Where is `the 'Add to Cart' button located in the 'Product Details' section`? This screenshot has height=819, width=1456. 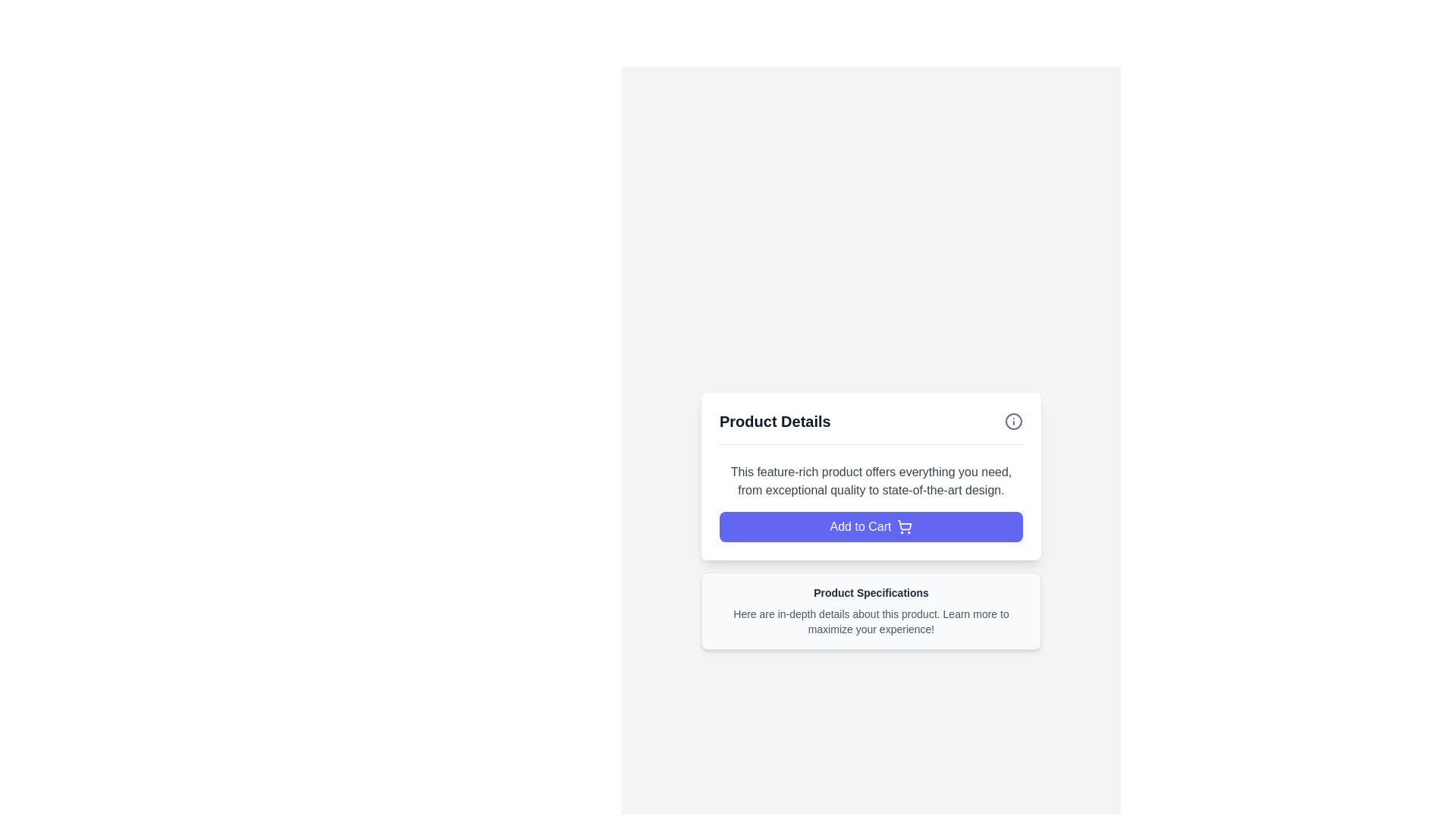 the 'Add to Cart' button located in the 'Product Details' section is located at coordinates (871, 526).